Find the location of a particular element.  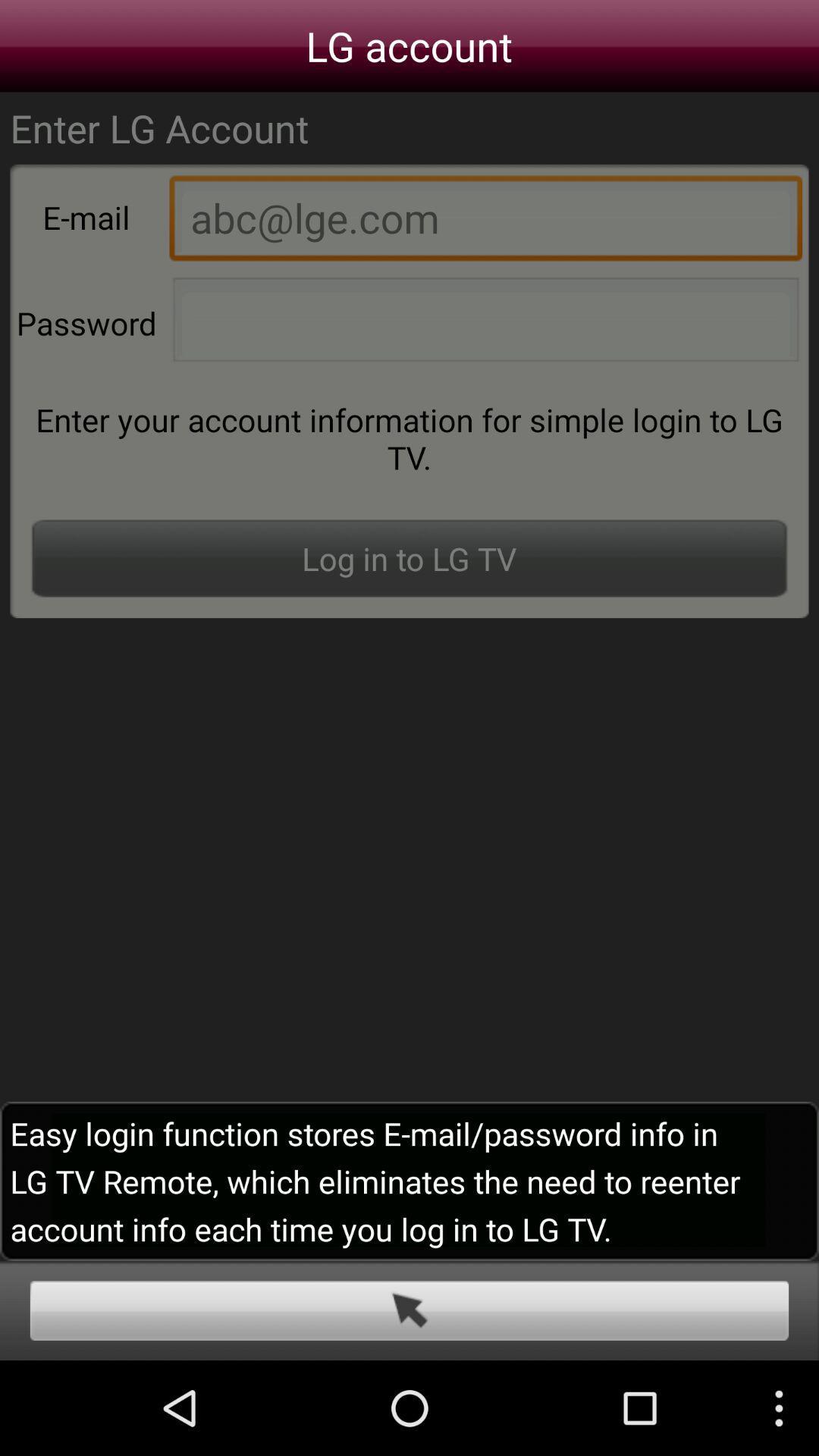

the field which is next to password is located at coordinates (485, 323).